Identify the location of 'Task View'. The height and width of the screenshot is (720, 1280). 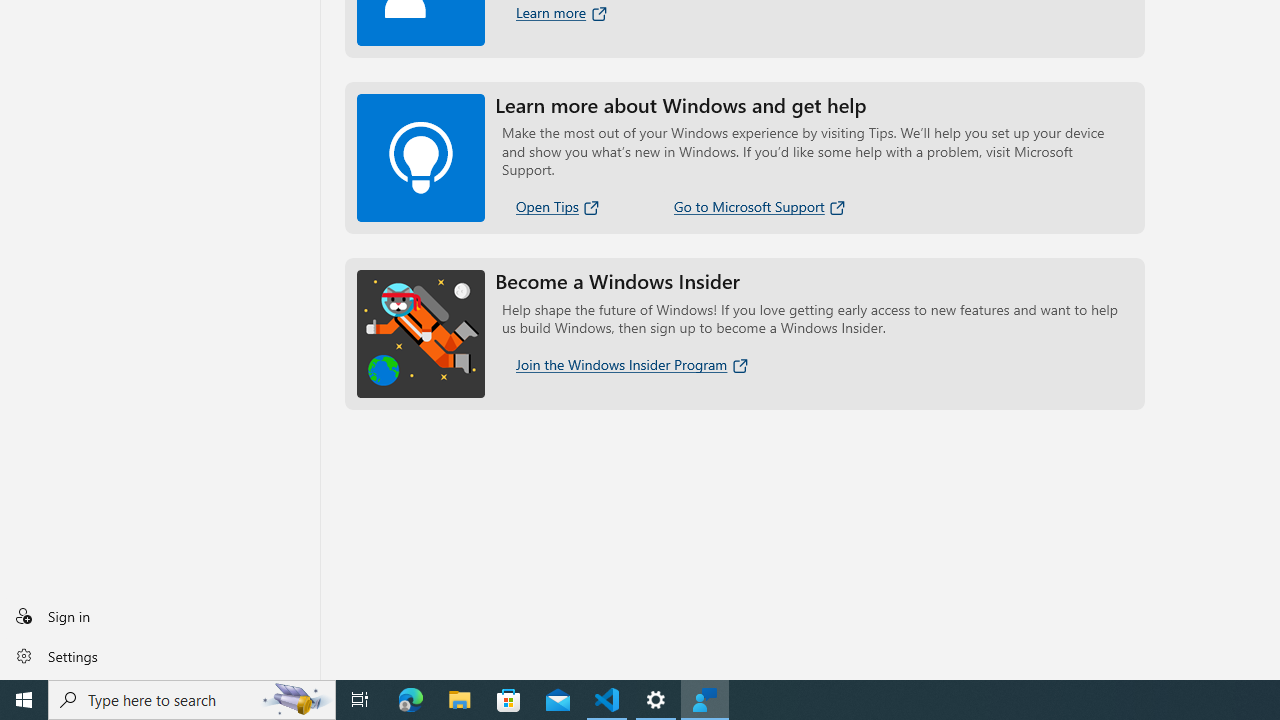
(359, 698).